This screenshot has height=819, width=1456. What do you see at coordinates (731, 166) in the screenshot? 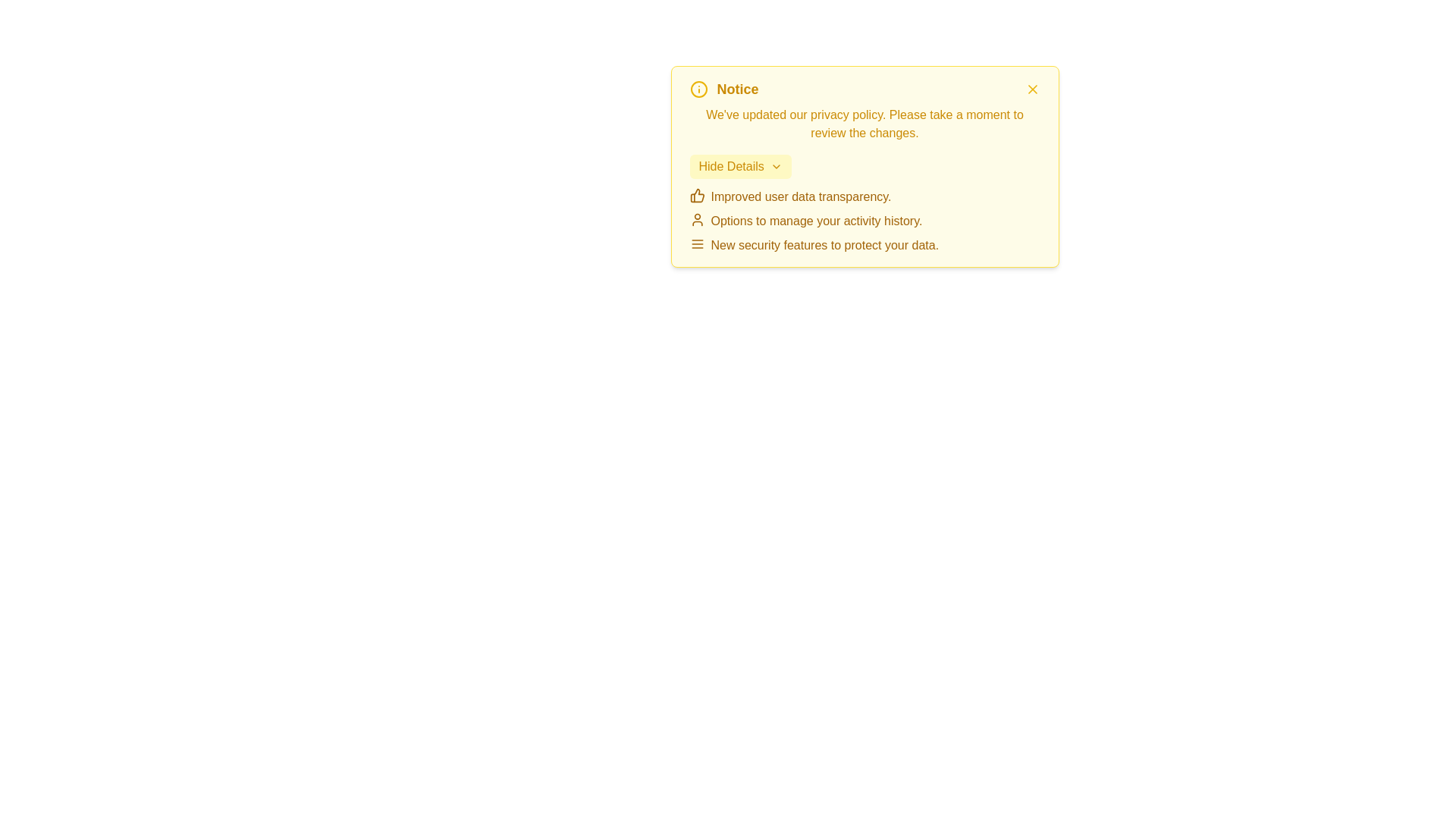
I see `text content of the 'Hide Details' label, which is styled in yellow color within a light yellow rectangular backdrop, located at the top of a notice component and to the left of a chevron-down icon` at bounding box center [731, 166].